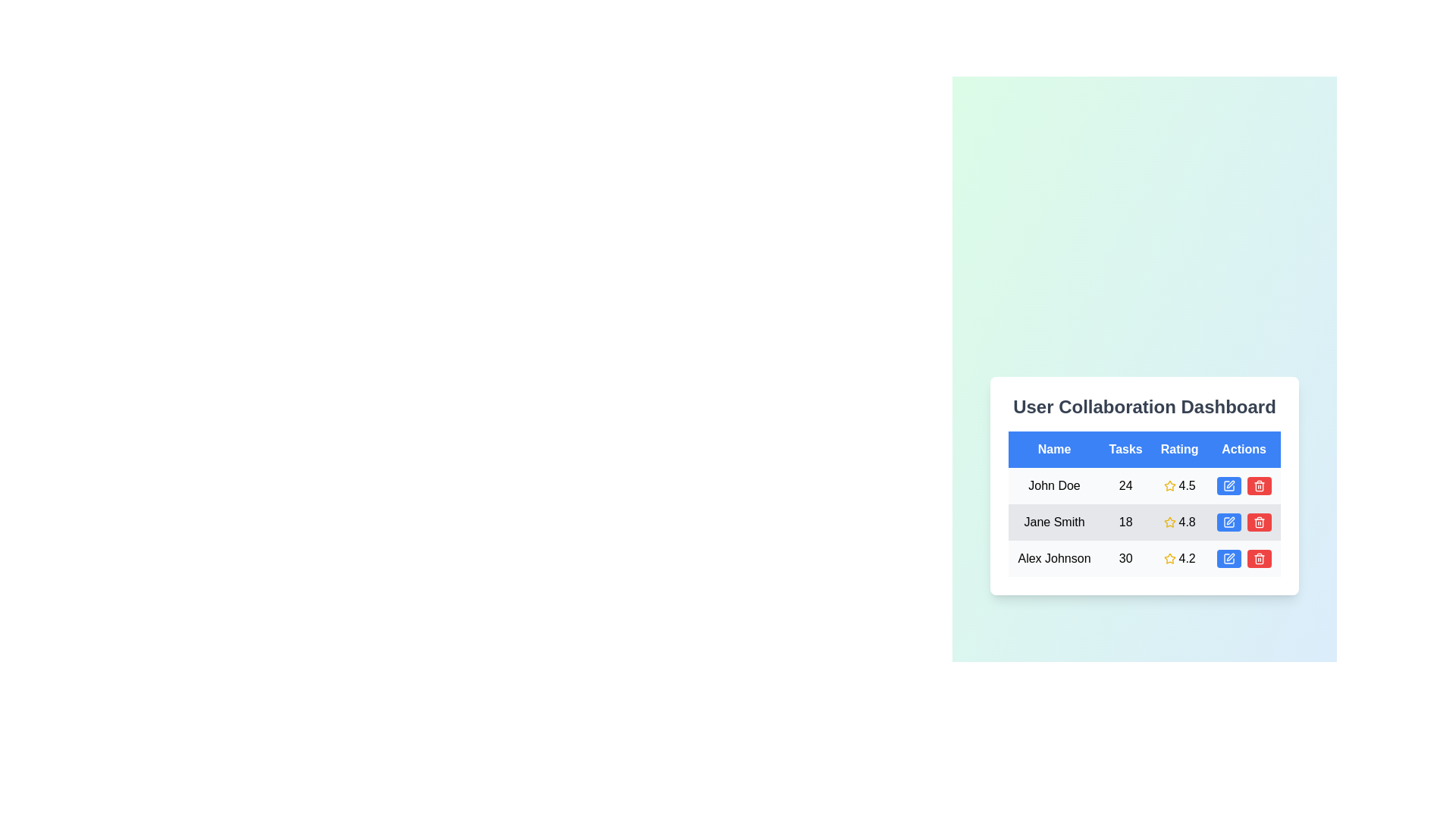 Image resolution: width=1456 pixels, height=819 pixels. Describe the element at coordinates (1169, 485) in the screenshot. I see `the rating icon located in the 'Rating' column next to the numeric rating value '4.5' for 'John Doe'` at that location.